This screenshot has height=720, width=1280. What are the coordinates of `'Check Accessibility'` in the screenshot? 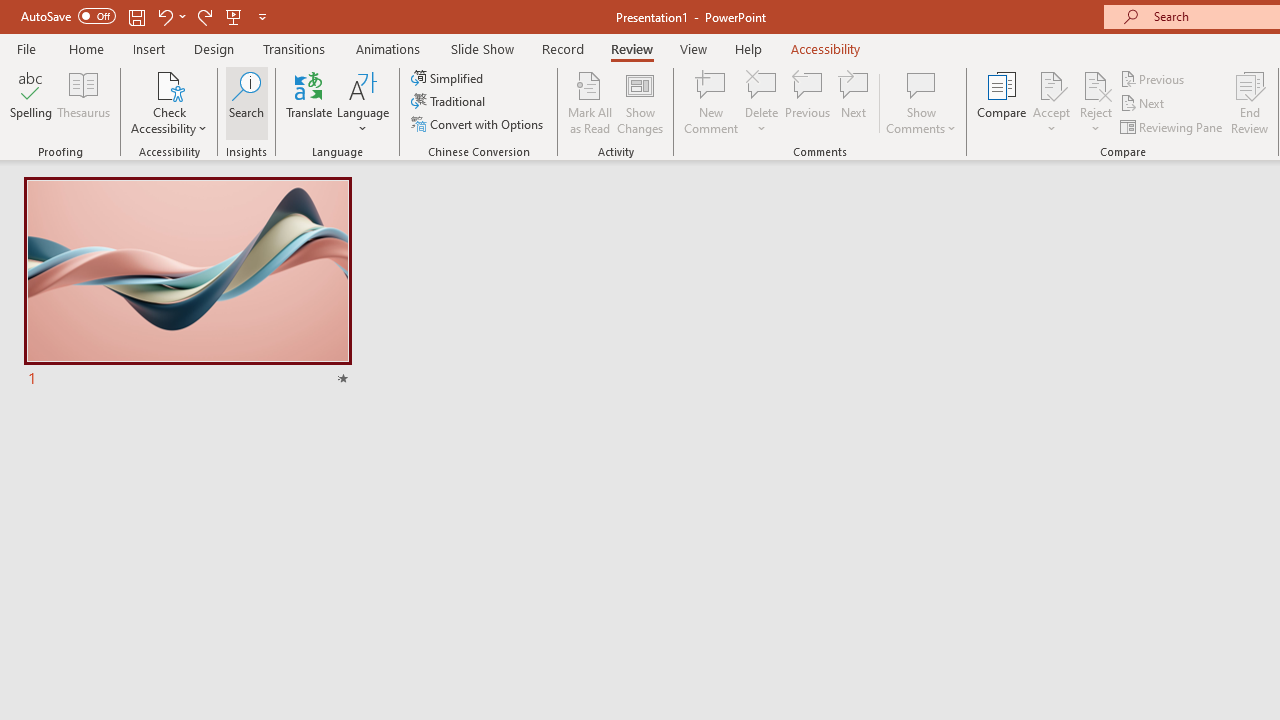 It's located at (169, 103).